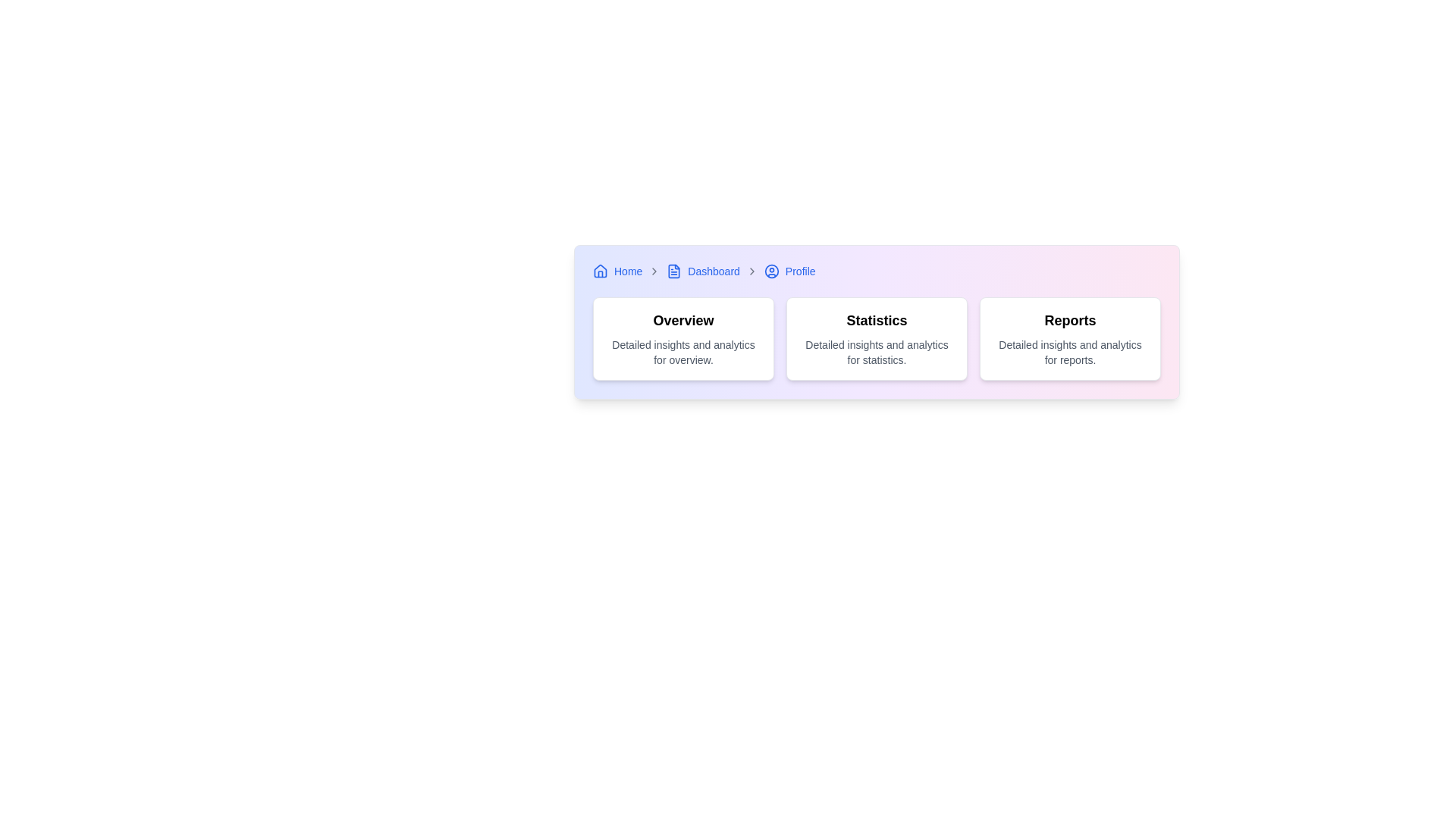 The width and height of the screenshot is (1456, 819). What do you see at coordinates (682, 353) in the screenshot?
I see `the text element that contains 'Detailed insights and analytics for overview.' which is located in the lower area of the 'Overview' card` at bounding box center [682, 353].